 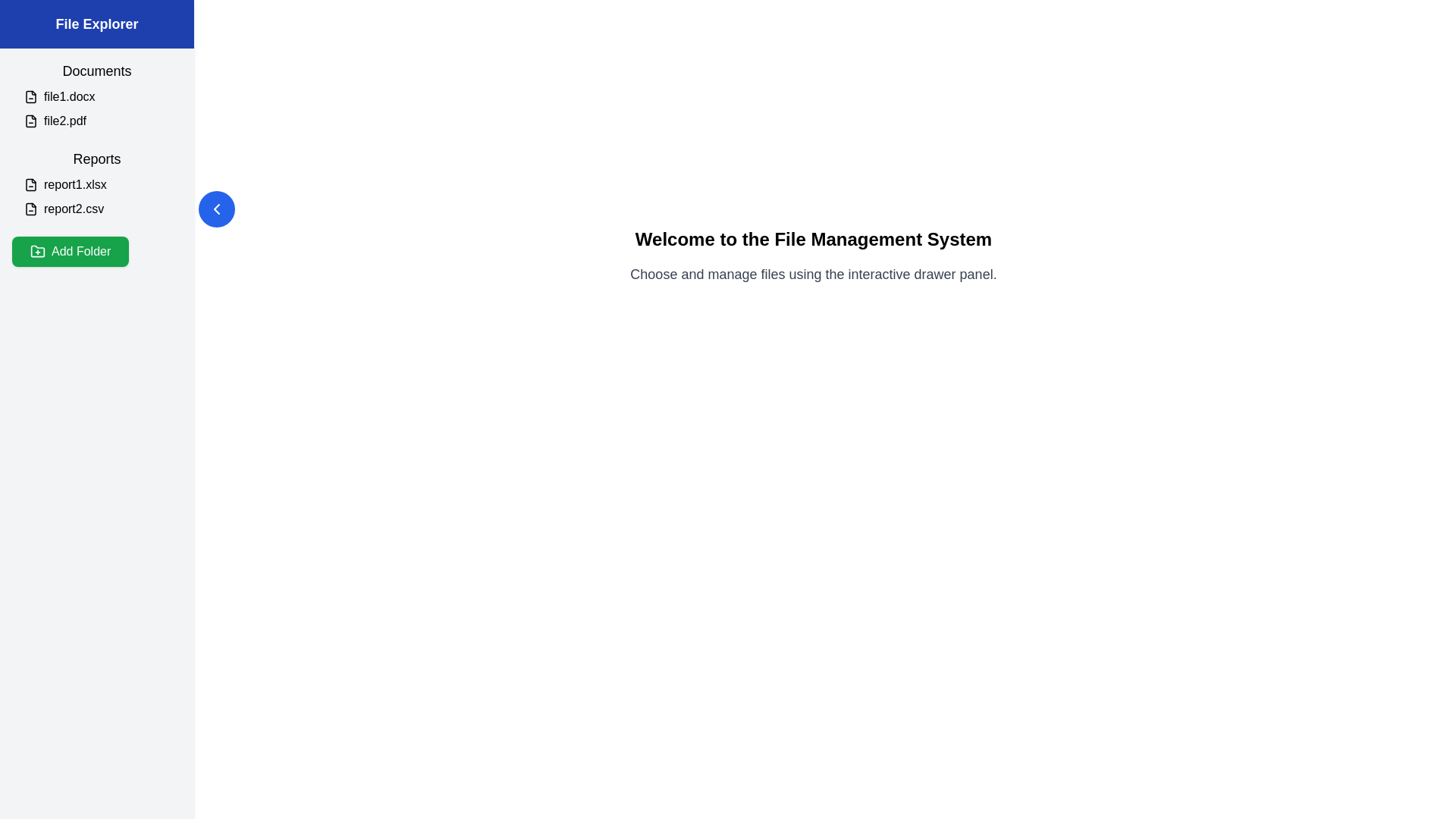 What do you see at coordinates (813, 275) in the screenshot?
I see `the text label that reads 'Choose and manage files using the interactive drawer panel.' which is styled in a muted gray color and positioned below the main heading 'Welcome to the File Management System'` at bounding box center [813, 275].